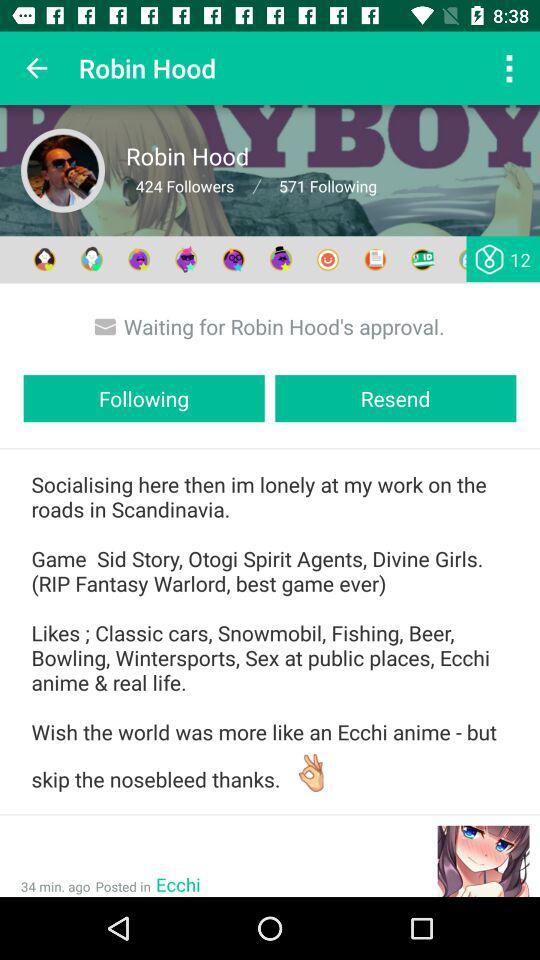 The image size is (540, 960). Describe the element at coordinates (280, 258) in the screenshot. I see `the sixth icon from the row of icons` at that location.